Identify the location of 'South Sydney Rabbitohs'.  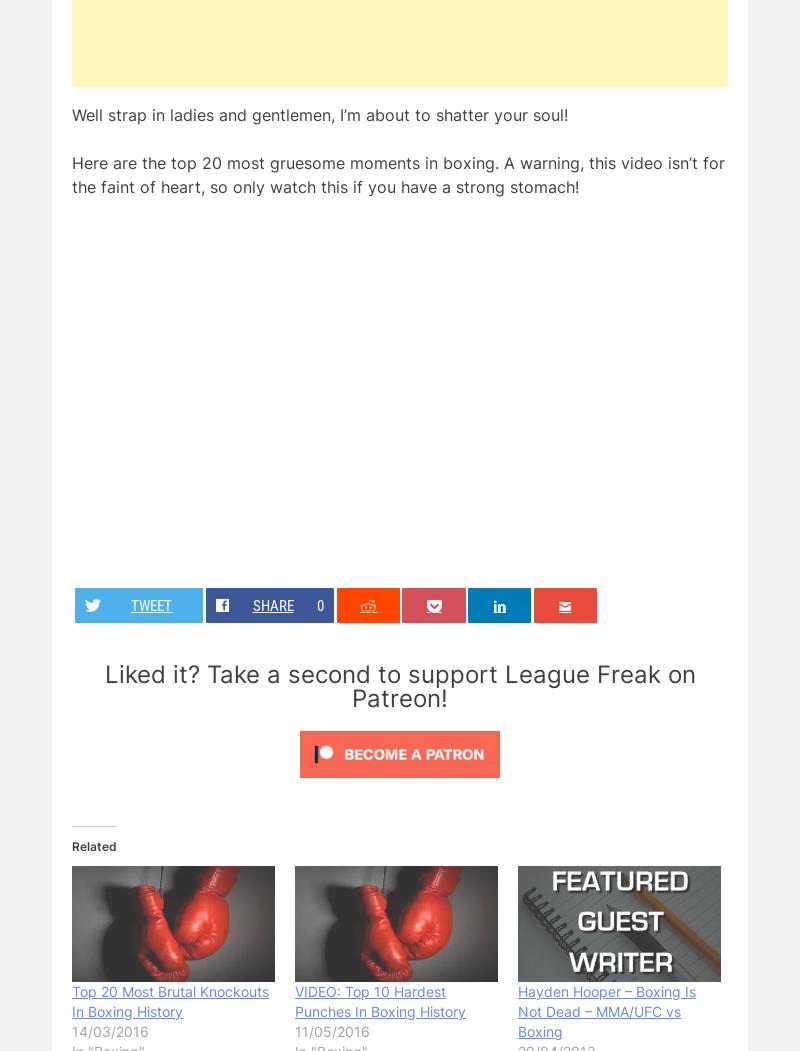
(508, 288).